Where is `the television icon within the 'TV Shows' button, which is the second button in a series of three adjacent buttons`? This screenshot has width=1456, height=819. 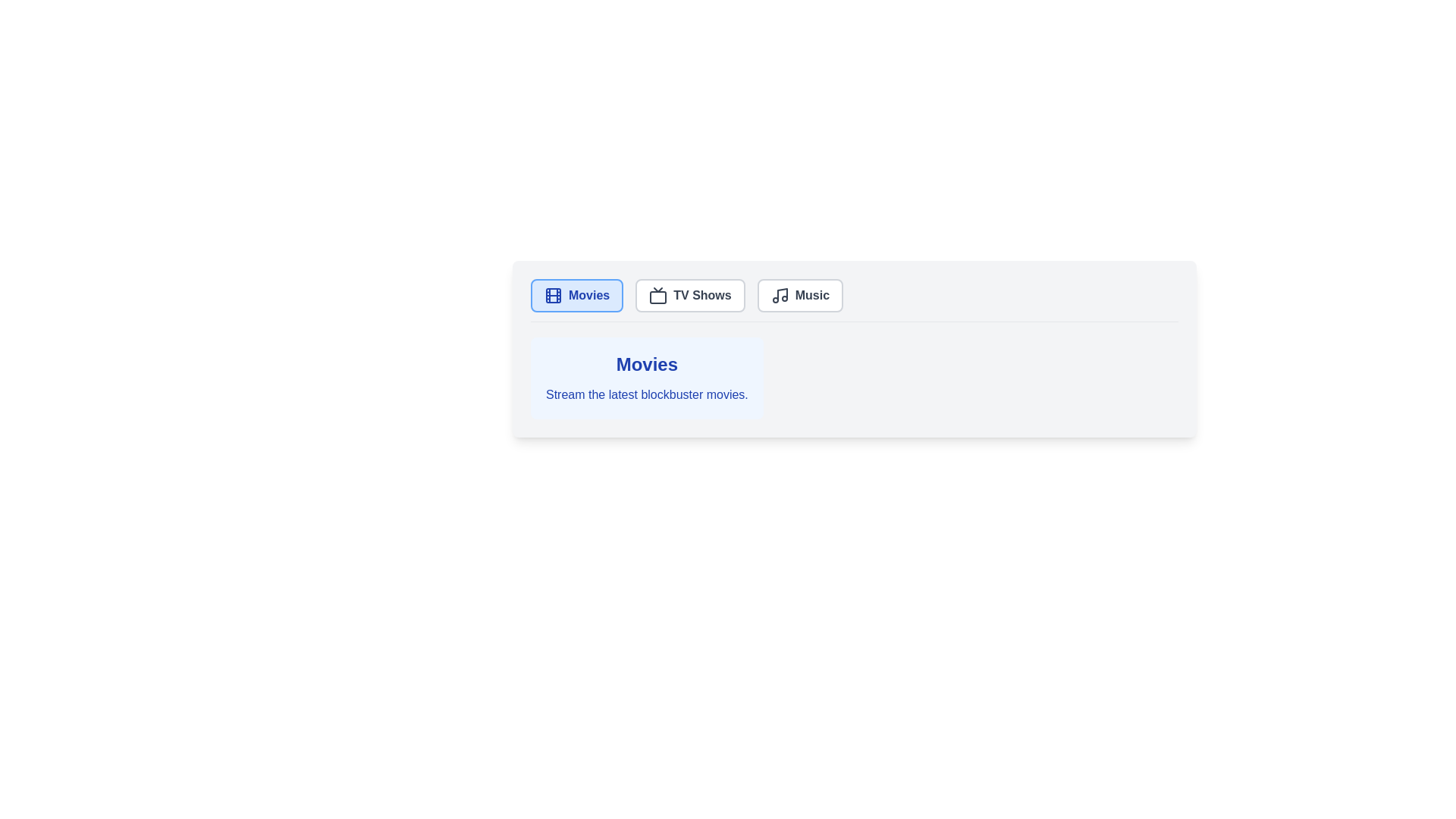 the television icon within the 'TV Shows' button, which is the second button in a series of three adjacent buttons is located at coordinates (658, 295).